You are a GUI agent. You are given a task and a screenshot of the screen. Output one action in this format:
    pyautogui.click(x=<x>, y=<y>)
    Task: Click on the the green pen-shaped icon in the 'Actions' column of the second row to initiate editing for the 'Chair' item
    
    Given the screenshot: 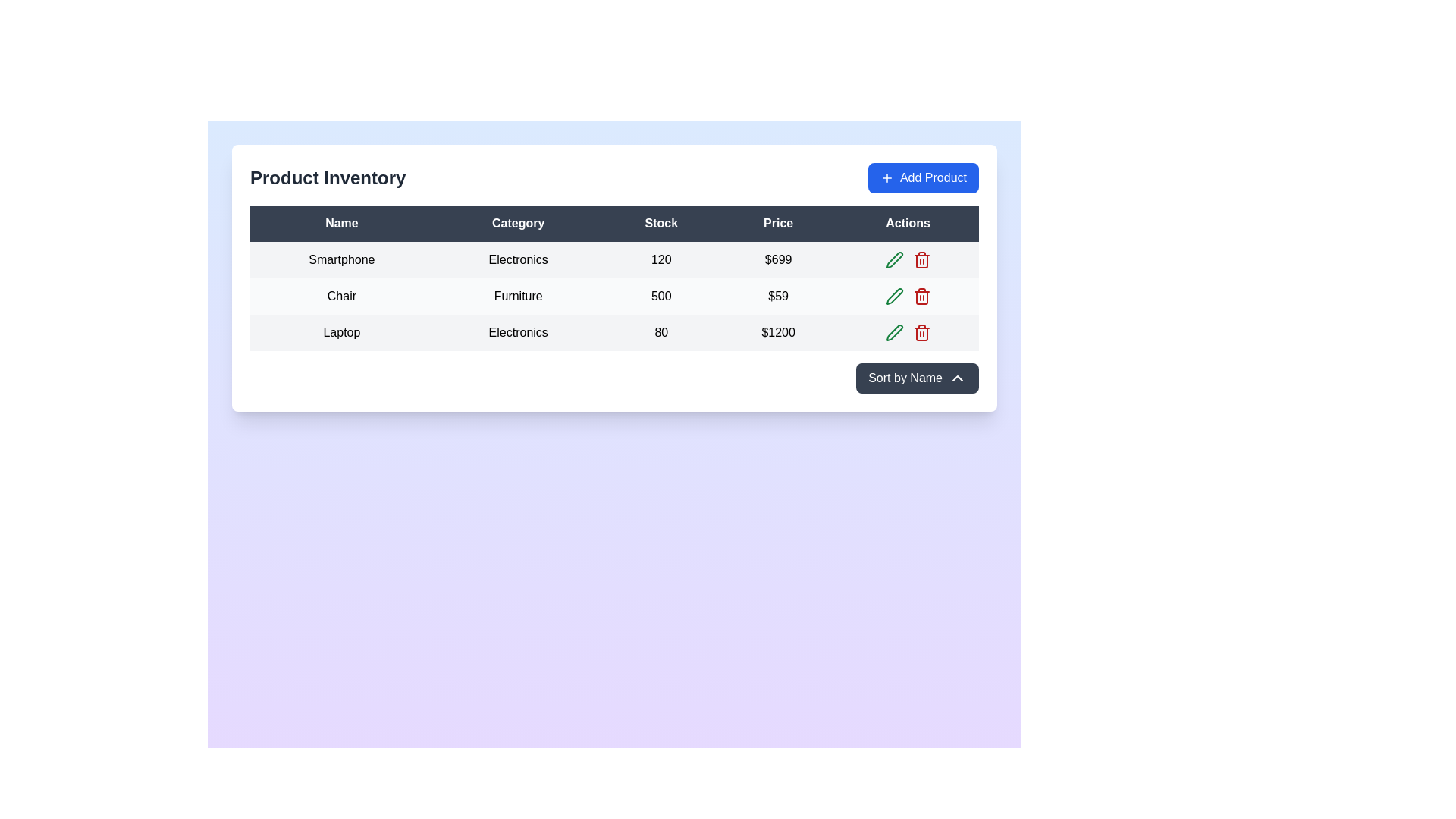 What is the action you would take?
    pyautogui.click(x=894, y=296)
    